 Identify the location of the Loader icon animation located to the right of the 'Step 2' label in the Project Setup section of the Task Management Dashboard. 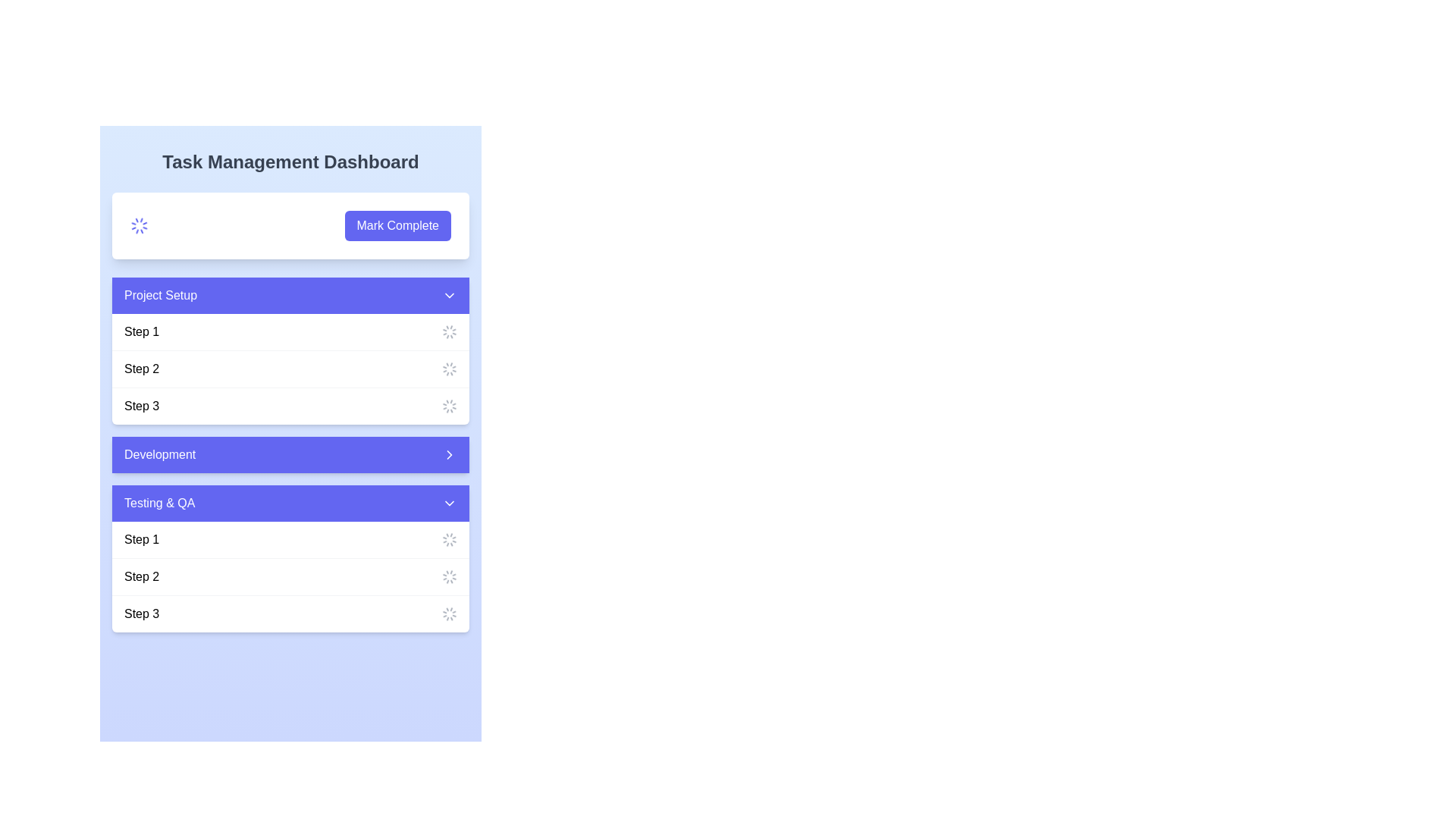
(449, 369).